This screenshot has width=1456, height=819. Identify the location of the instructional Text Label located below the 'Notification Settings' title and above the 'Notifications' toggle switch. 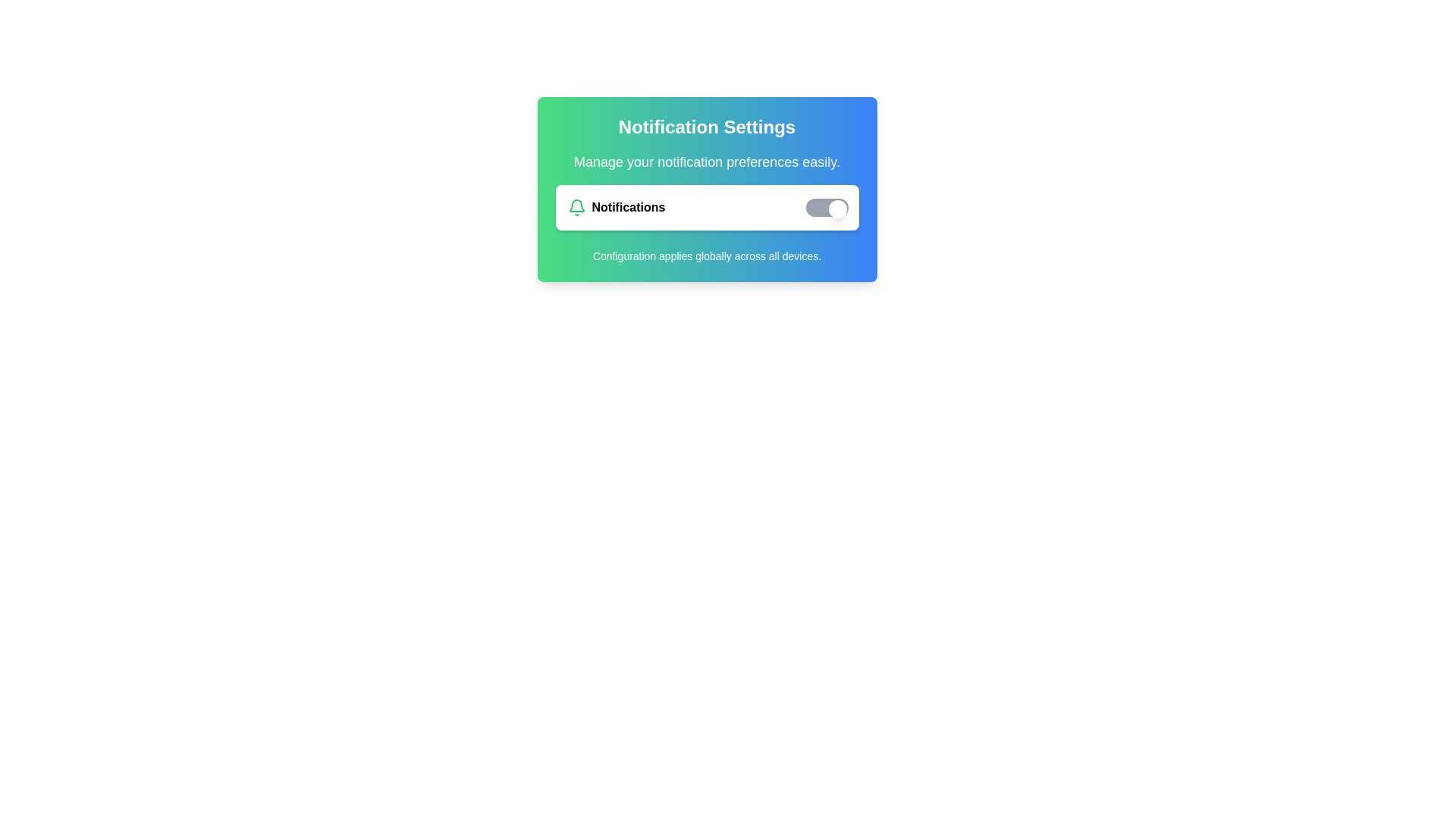
(706, 162).